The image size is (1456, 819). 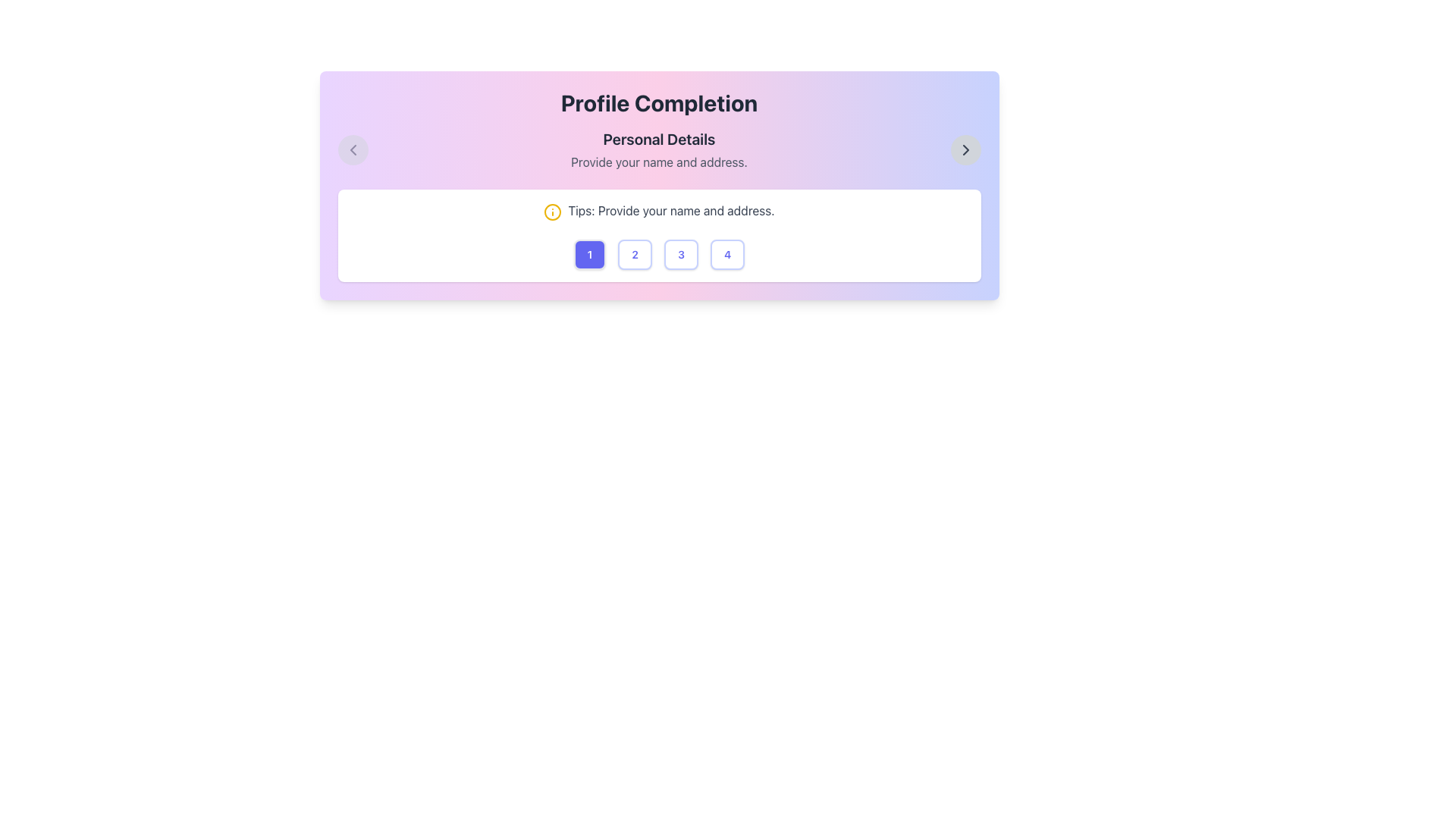 What do you see at coordinates (352, 149) in the screenshot?
I see `the left arrow SVG icon, which is a minimalist navigation control located within a circular button on the left side of the interface, to receive additional information or visual feedback` at bounding box center [352, 149].